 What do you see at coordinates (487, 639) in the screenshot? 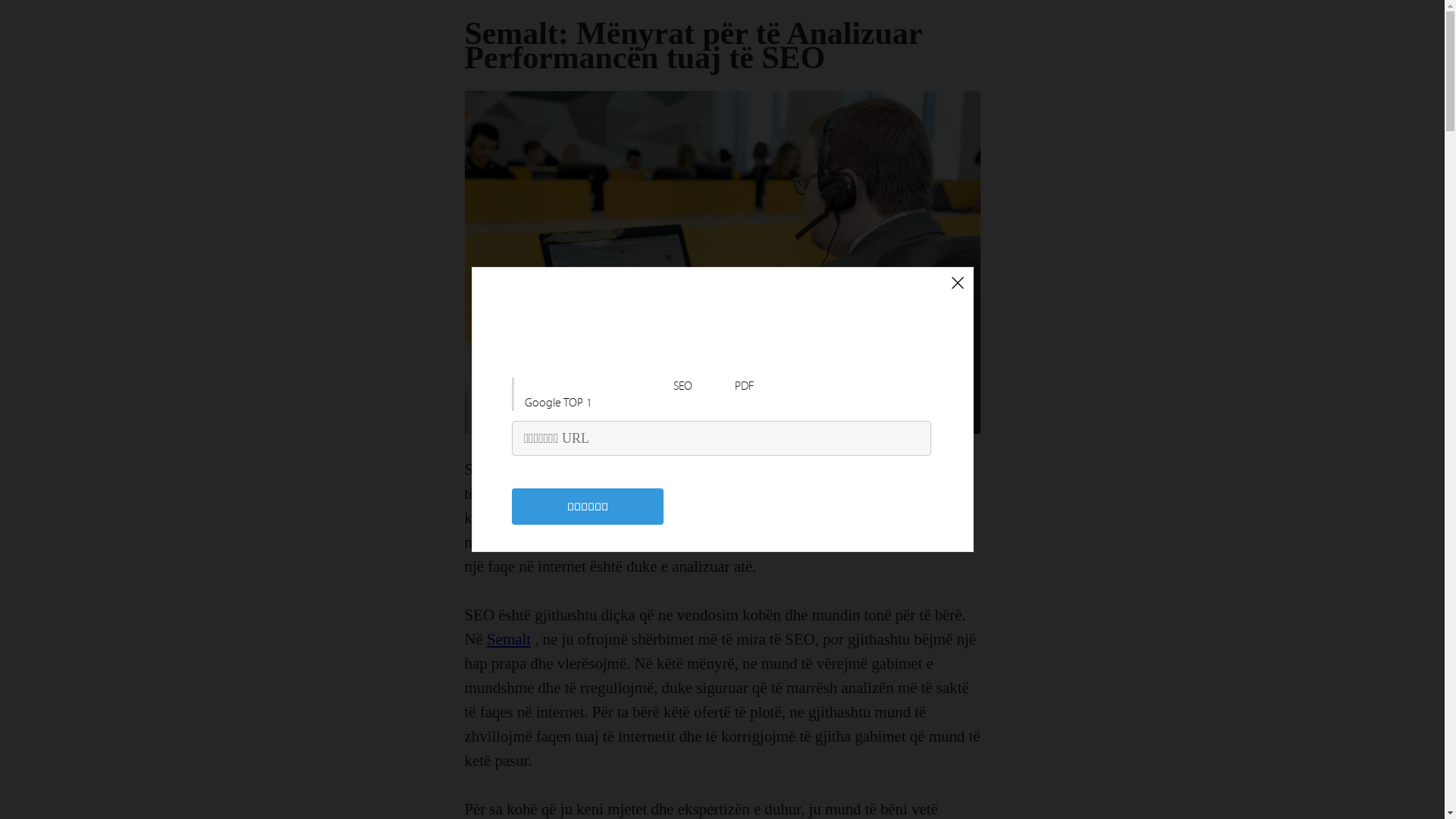
I see `'Semalt'` at bounding box center [487, 639].